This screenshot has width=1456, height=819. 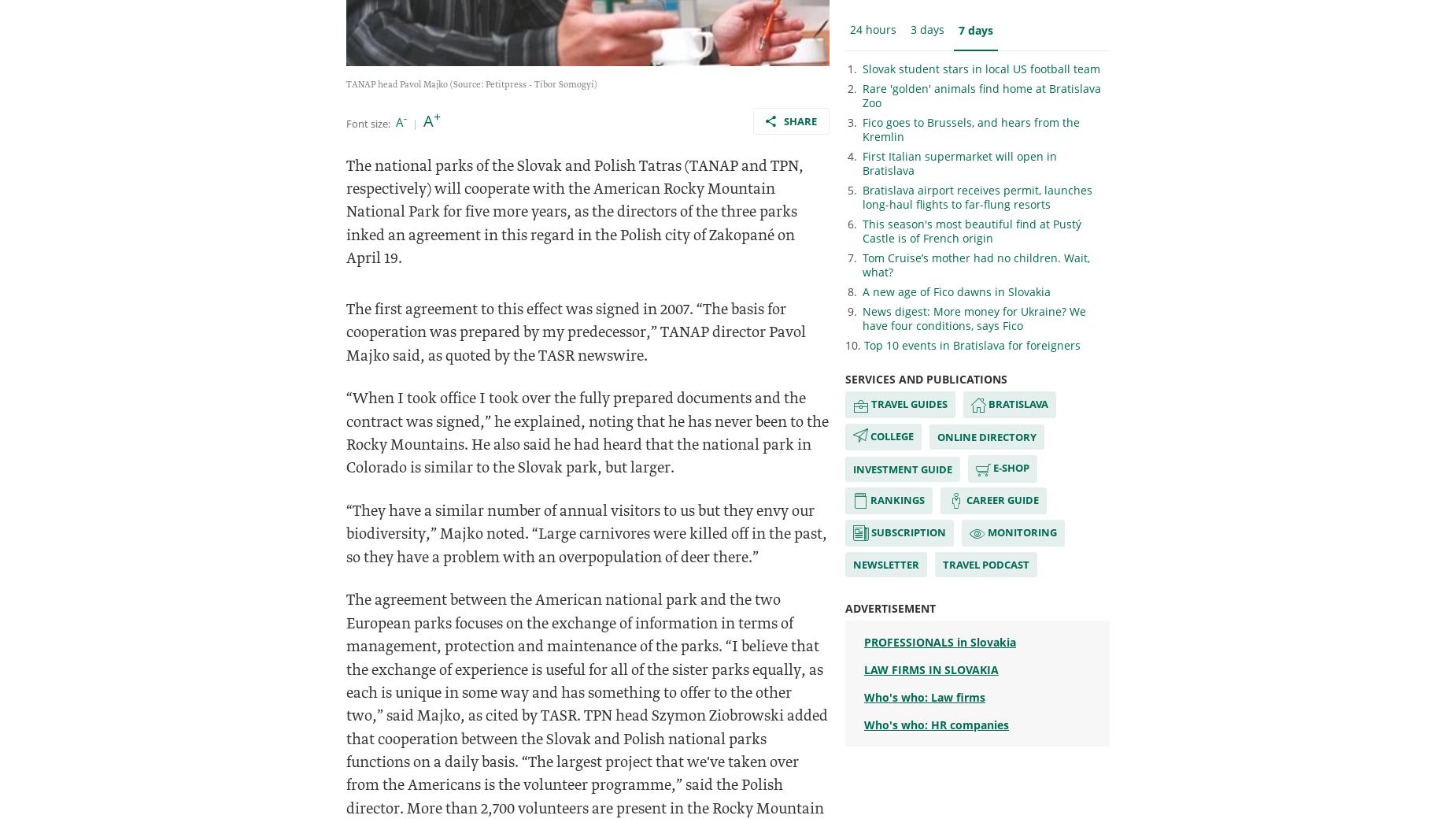 What do you see at coordinates (851, 191) in the screenshot?
I see `'5.'` at bounding box center [851, 191].